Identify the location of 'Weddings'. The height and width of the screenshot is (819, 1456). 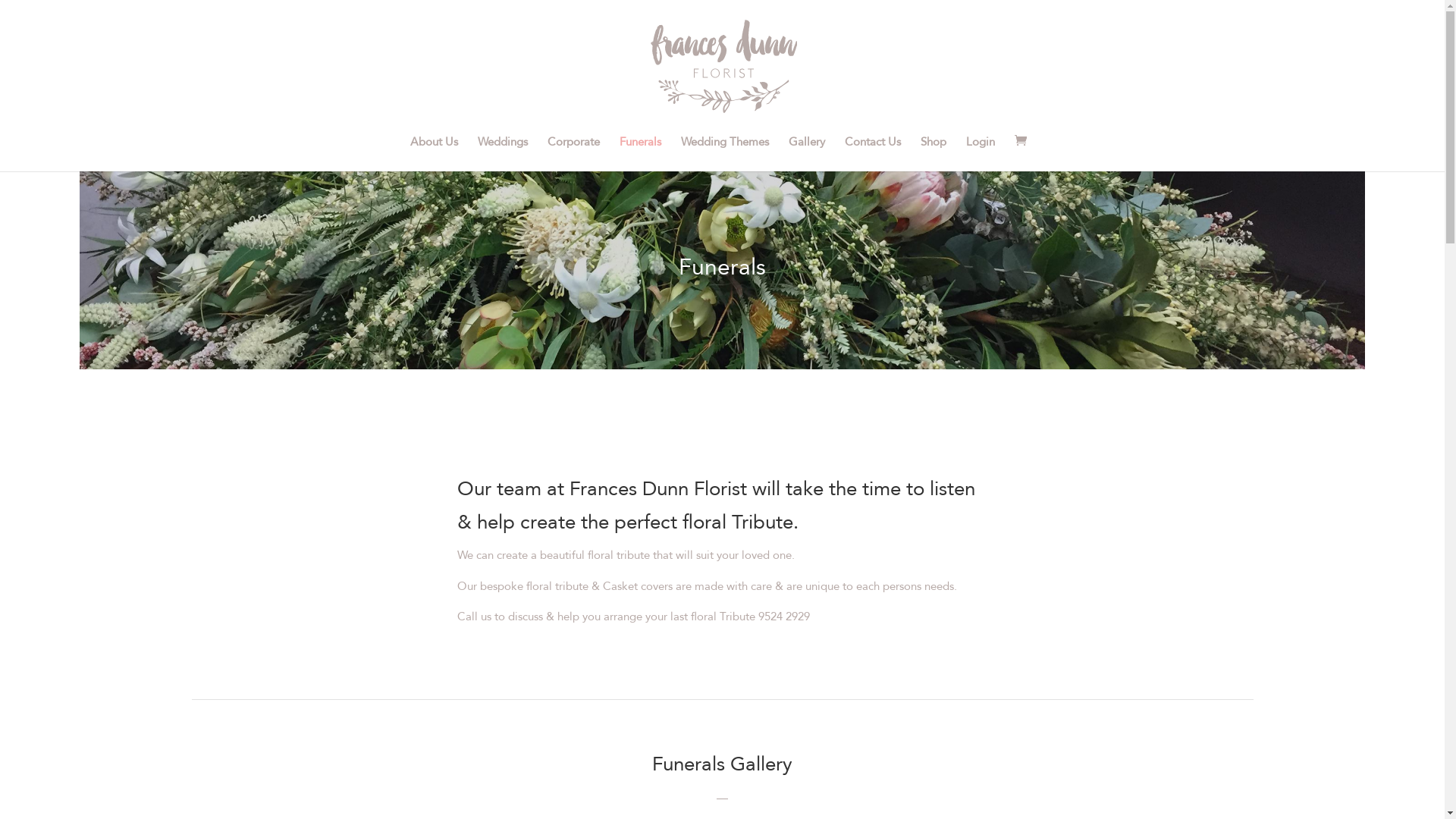
(502, 154).